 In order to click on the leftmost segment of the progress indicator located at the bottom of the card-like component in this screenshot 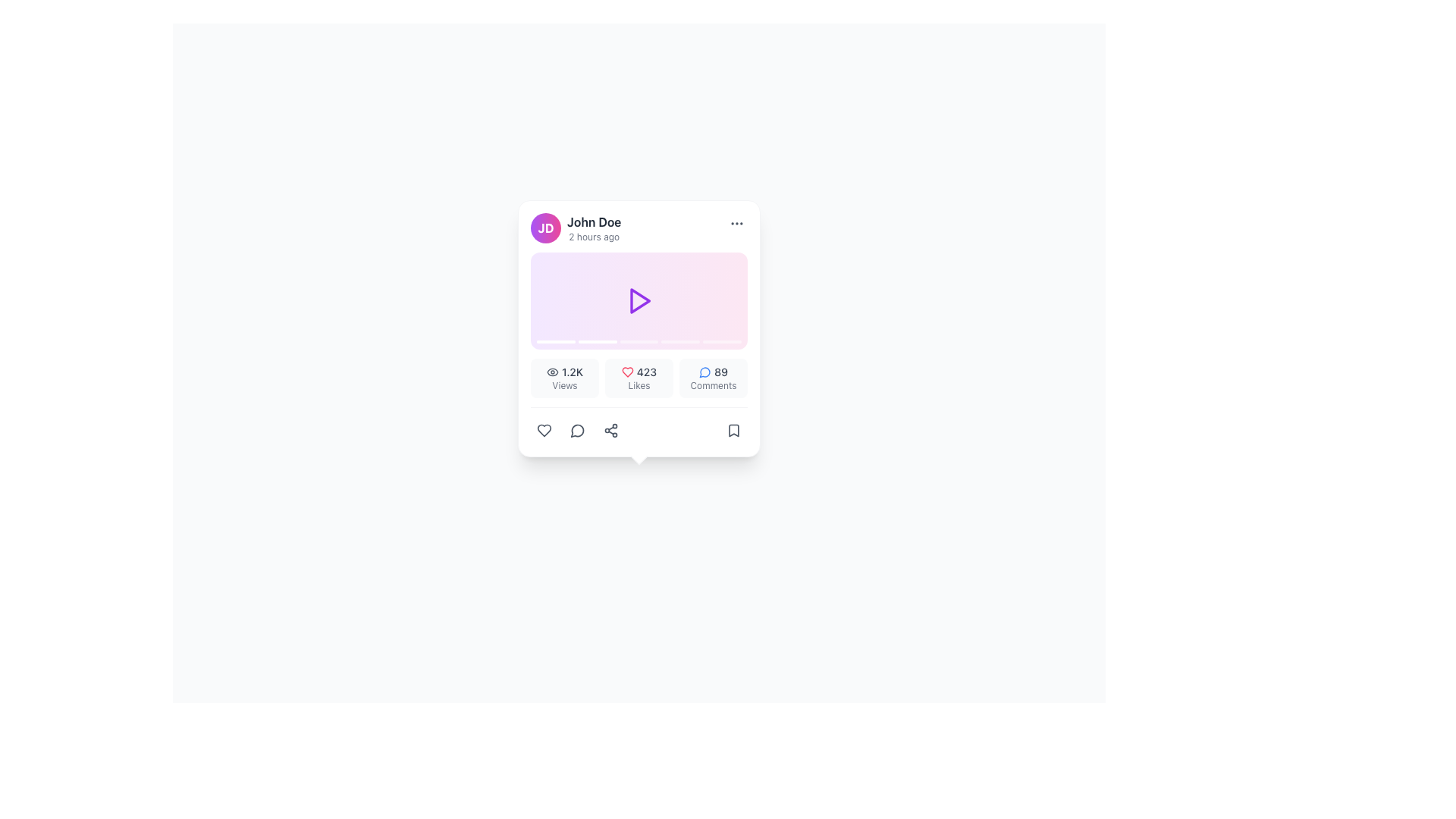, I will do `click(555, 342)`.